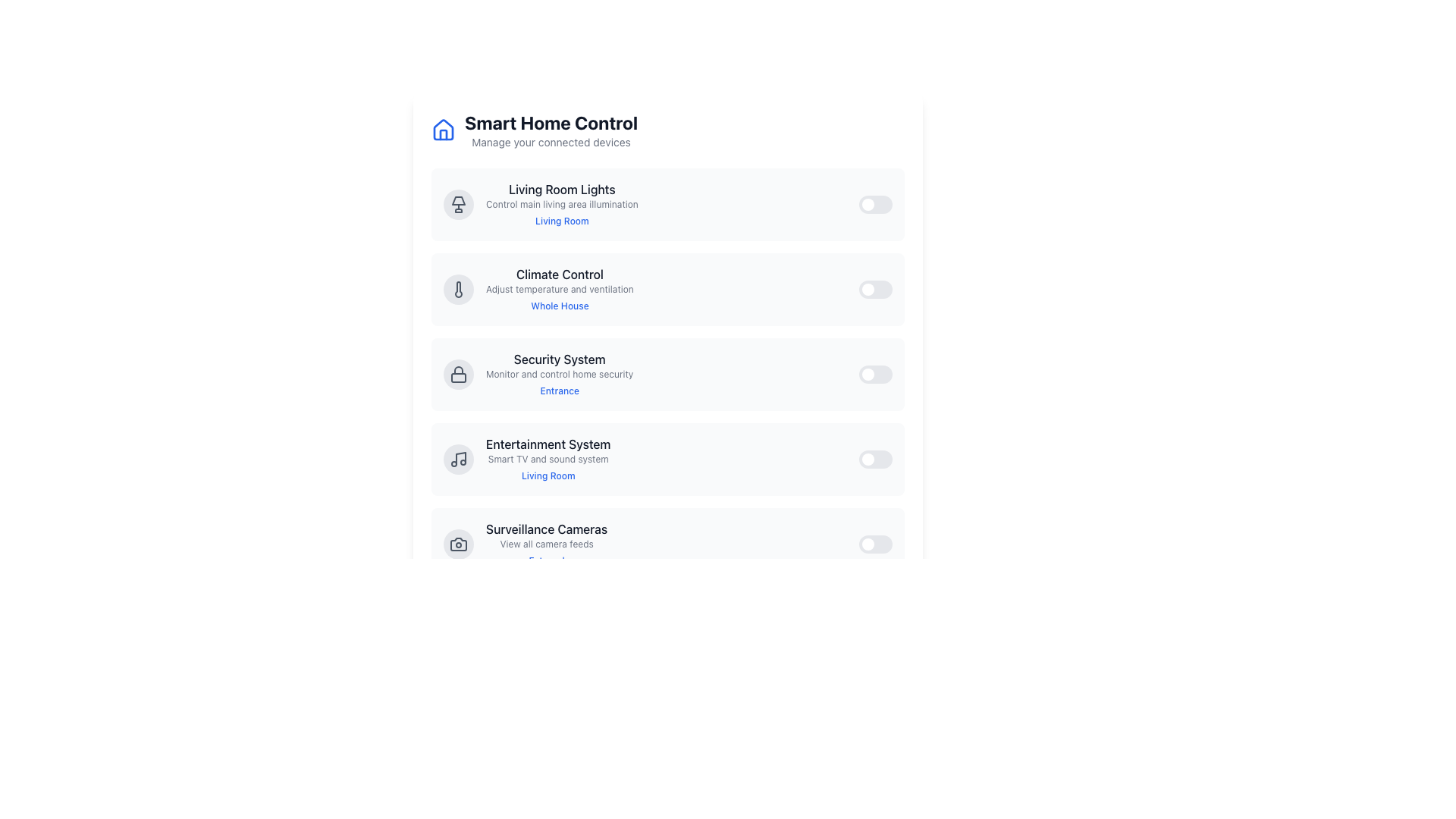 The width and height of the screenshot is (1456, 819). What do you see at coordinates (541, 205) in the screenshot?
I see `the link within the informative card about the living room lights, which is the first entry in the Smart Home Control list` at bounding box center [541, 205].